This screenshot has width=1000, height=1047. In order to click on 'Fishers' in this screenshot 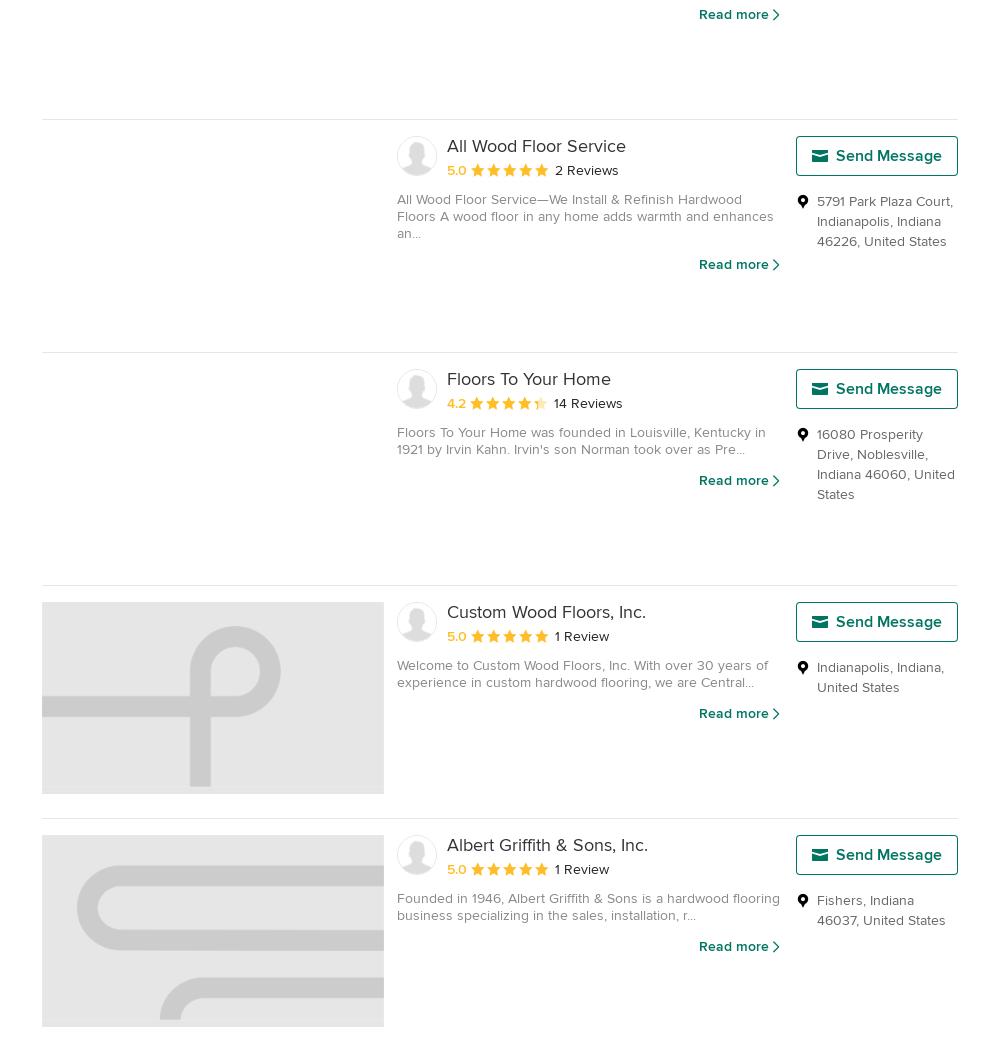, I will do `click(839, 898)`.